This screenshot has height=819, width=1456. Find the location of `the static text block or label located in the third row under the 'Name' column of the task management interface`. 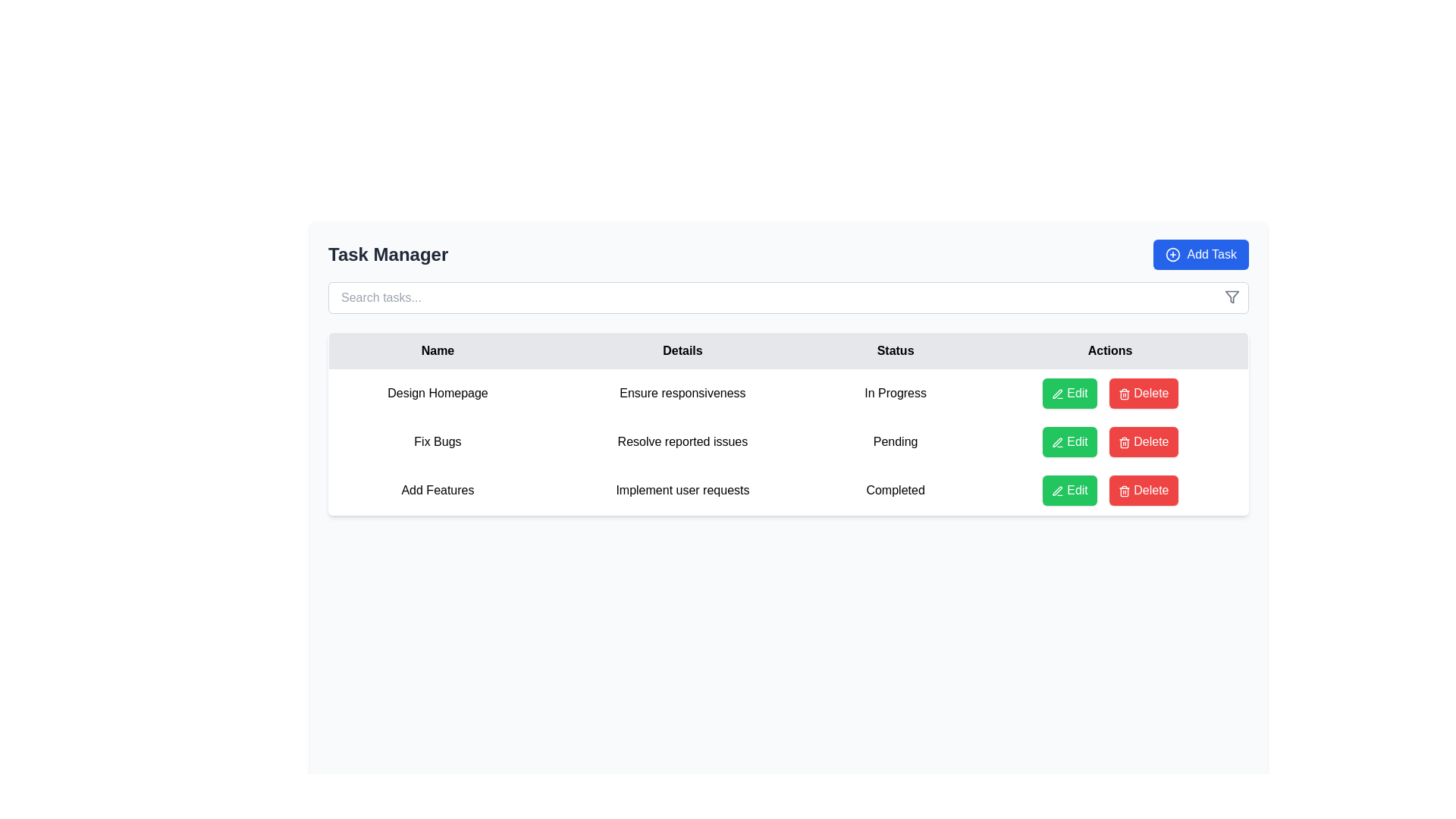

the static text block or label located in the third row under the 'Name' column of the task management interface is located at coordinates (437, 491).